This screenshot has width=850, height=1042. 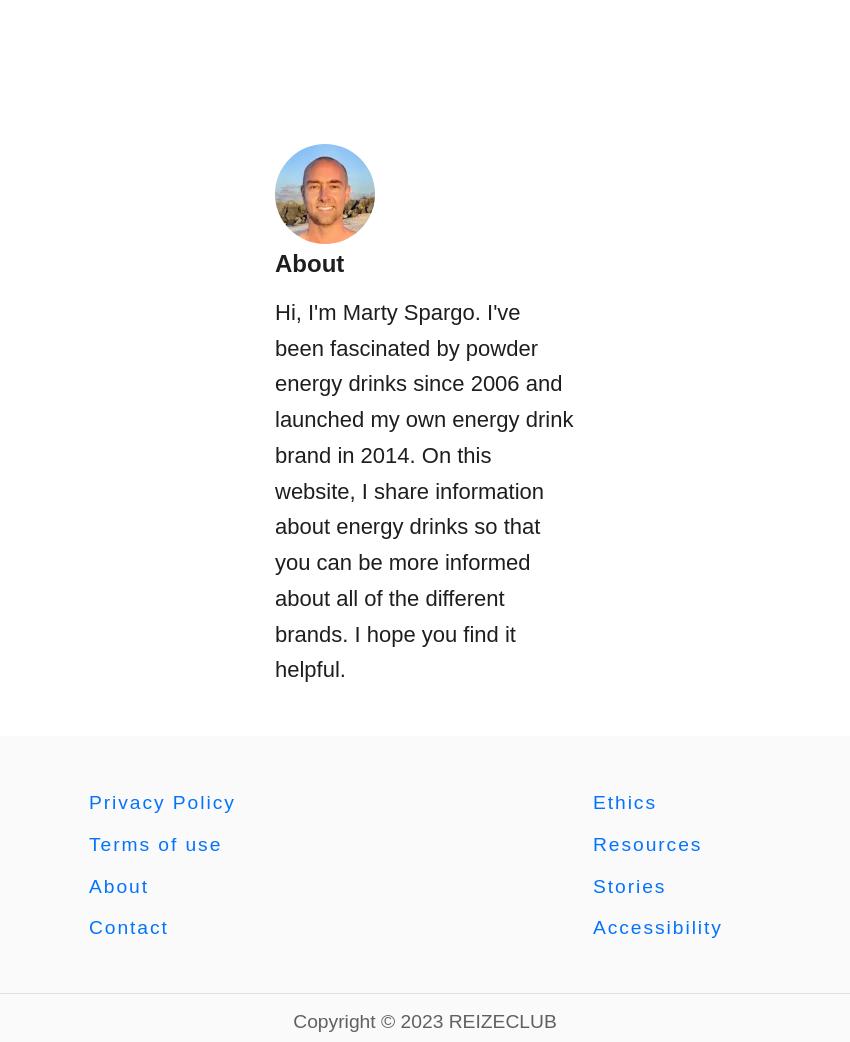 I want to click on 'Privacy Policy', so click(x=162, y=802).